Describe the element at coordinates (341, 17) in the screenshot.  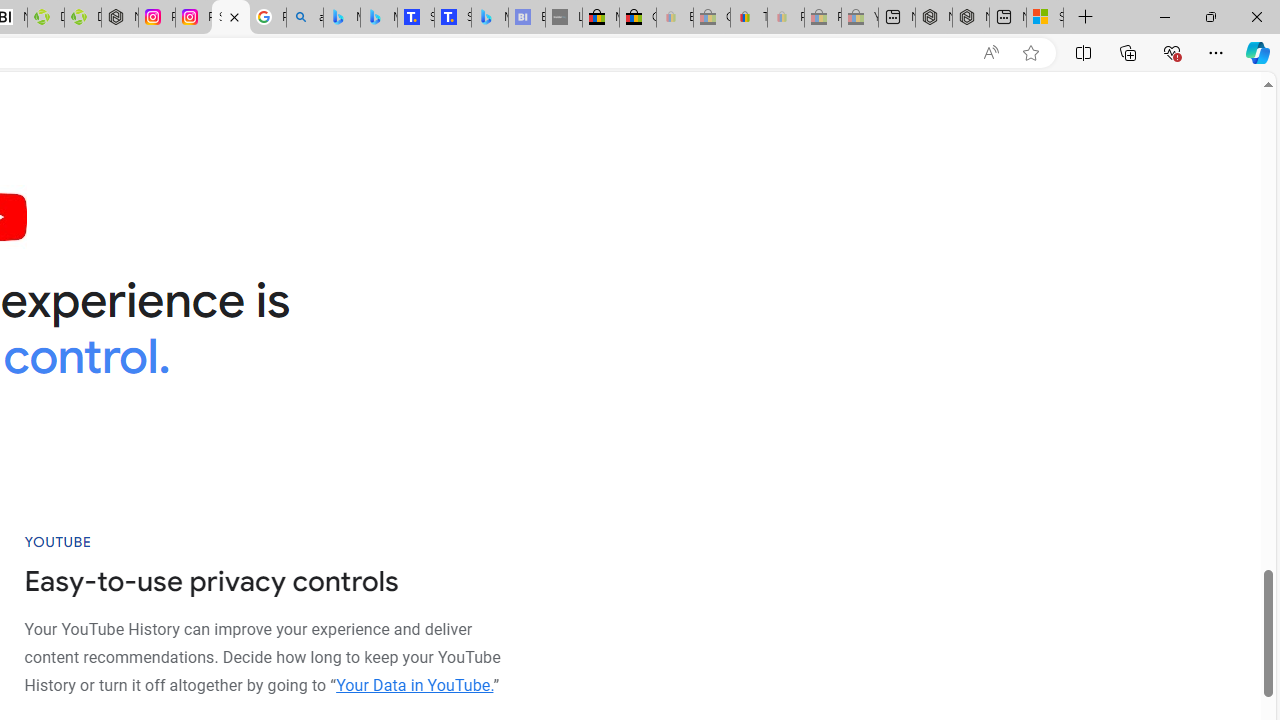
I see `'Microsoft Bing Travel - Flights from Hong Kong to Bangkok'` at that location.